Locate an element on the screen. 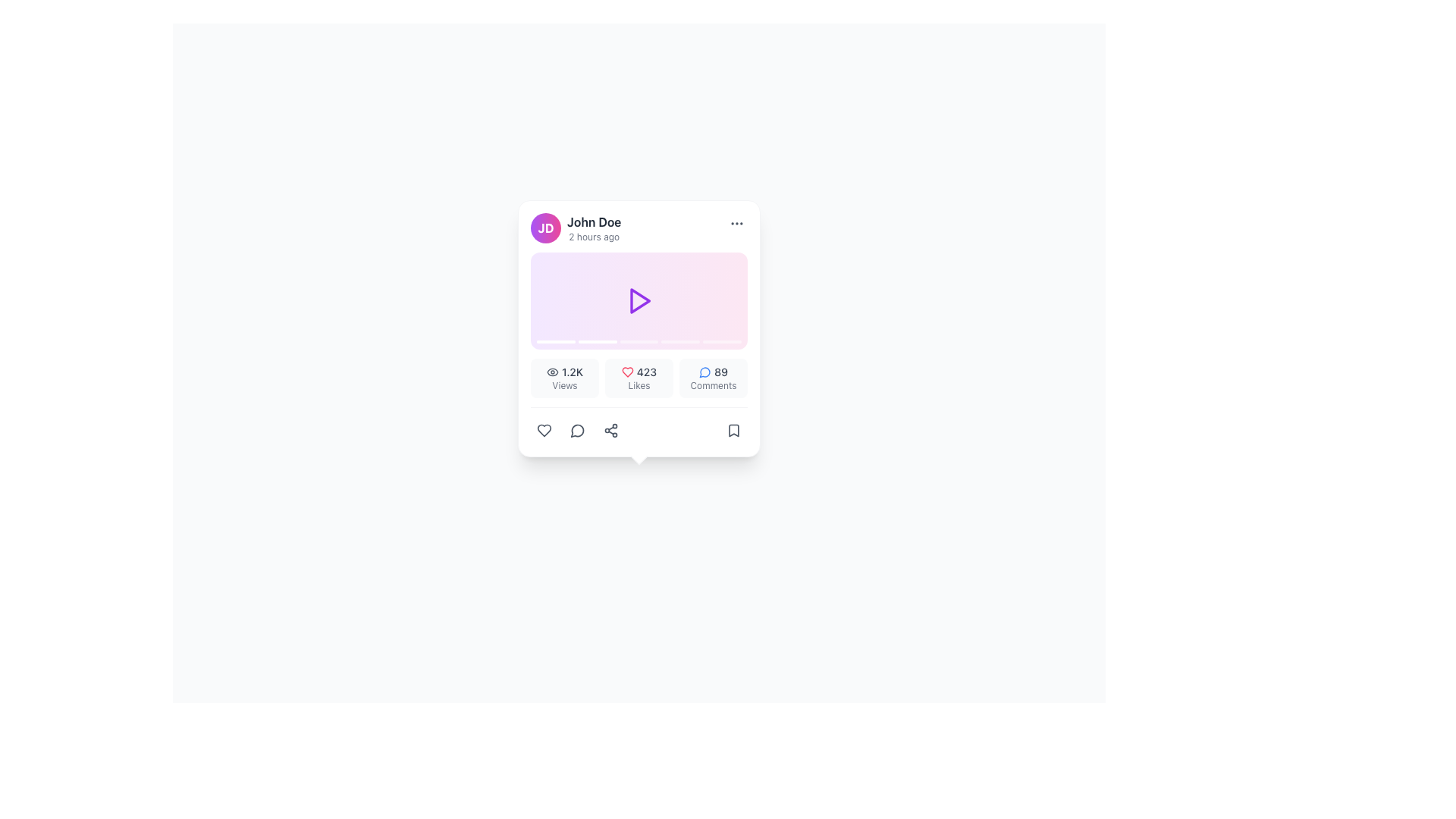 Image resolution: width=1456 pixels, height=819 pixels. text label that displays '2 hours ago', which is styled in a small, light gray font and positioned below the username 'John Doe' in a social media card is located at coordinates (593, 237).